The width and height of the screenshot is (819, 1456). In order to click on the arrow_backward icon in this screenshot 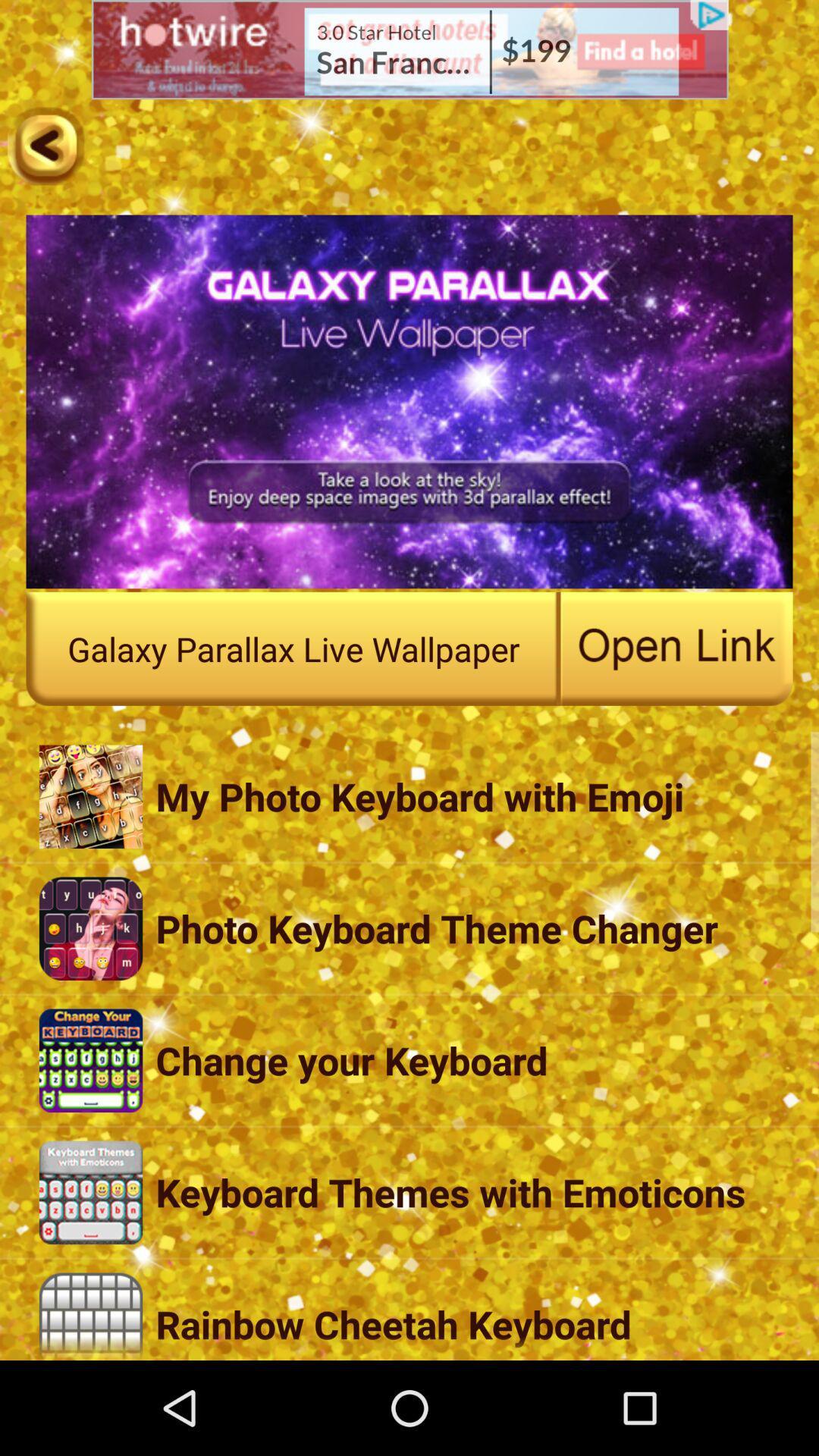, I will do `click(45, 146)`.